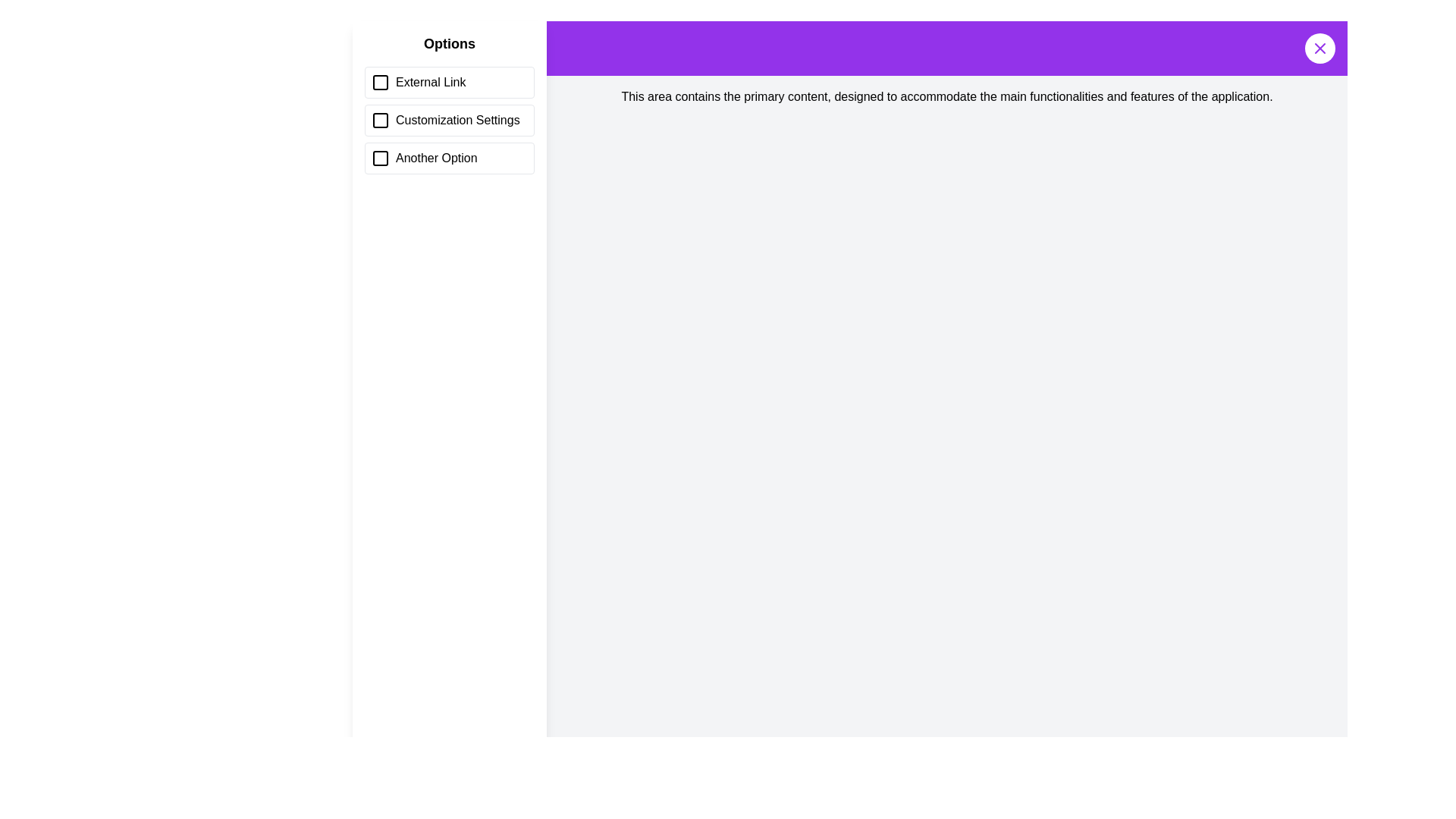  Describe the element at coordinates (381, 119) in the screenshot. I see `the icon for 'Customization Settings'` at that location.